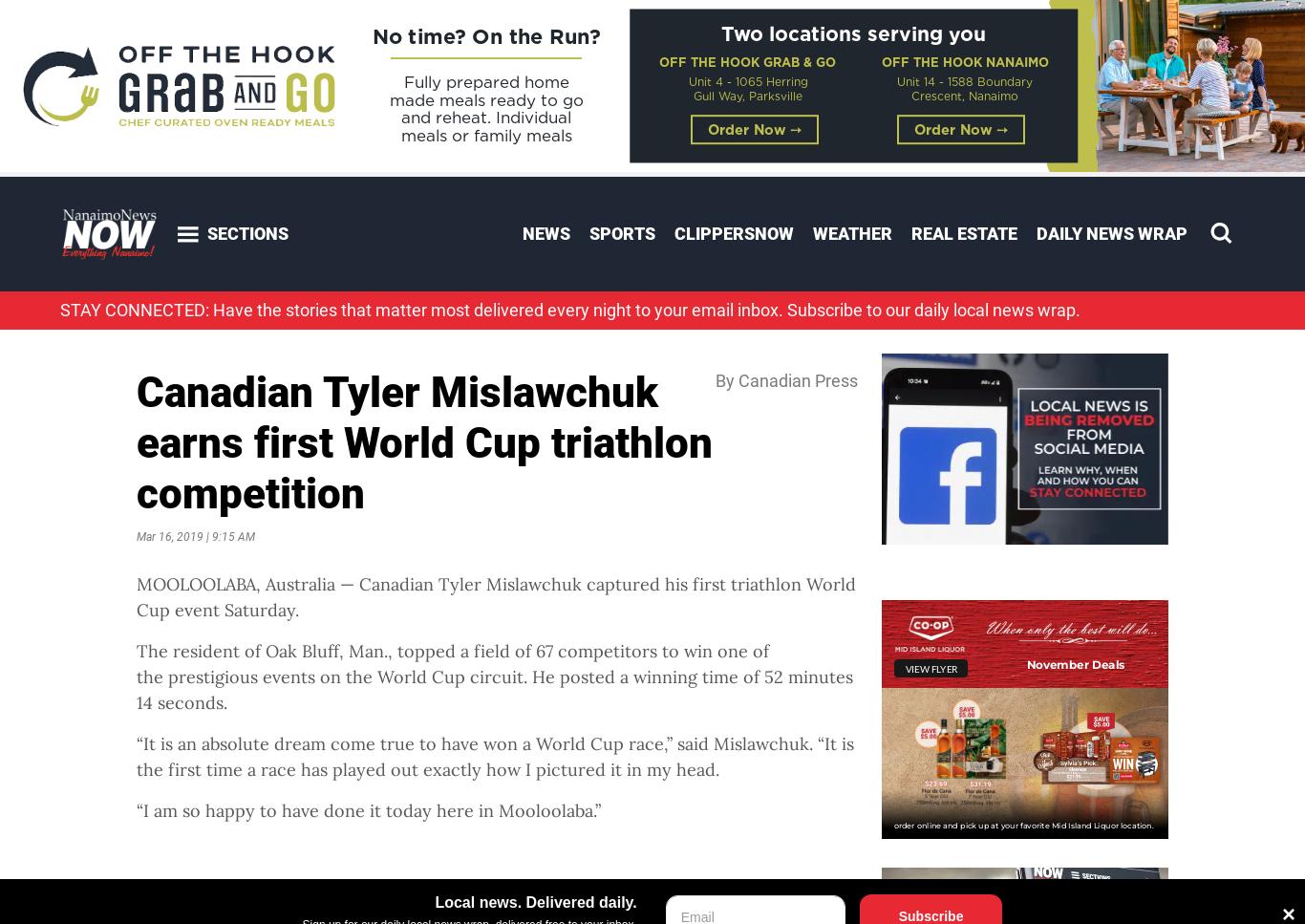 This screenshot has height=924, width=1305. I want to click on 'Canadian Tyler Mislawchuk earns first World Cup triathlon competition', so click(423, 442).